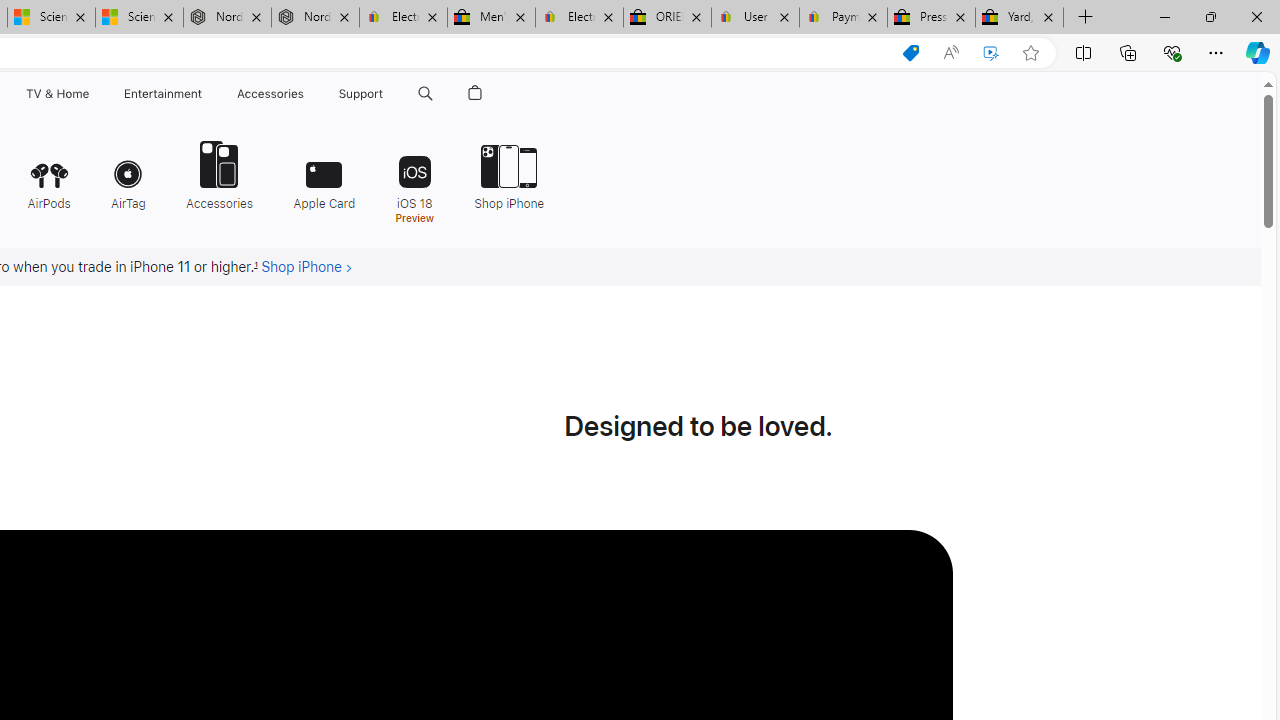 This screenshot has width=1280, height=720. I want to click on 'Enhance video', so click(991, 52).